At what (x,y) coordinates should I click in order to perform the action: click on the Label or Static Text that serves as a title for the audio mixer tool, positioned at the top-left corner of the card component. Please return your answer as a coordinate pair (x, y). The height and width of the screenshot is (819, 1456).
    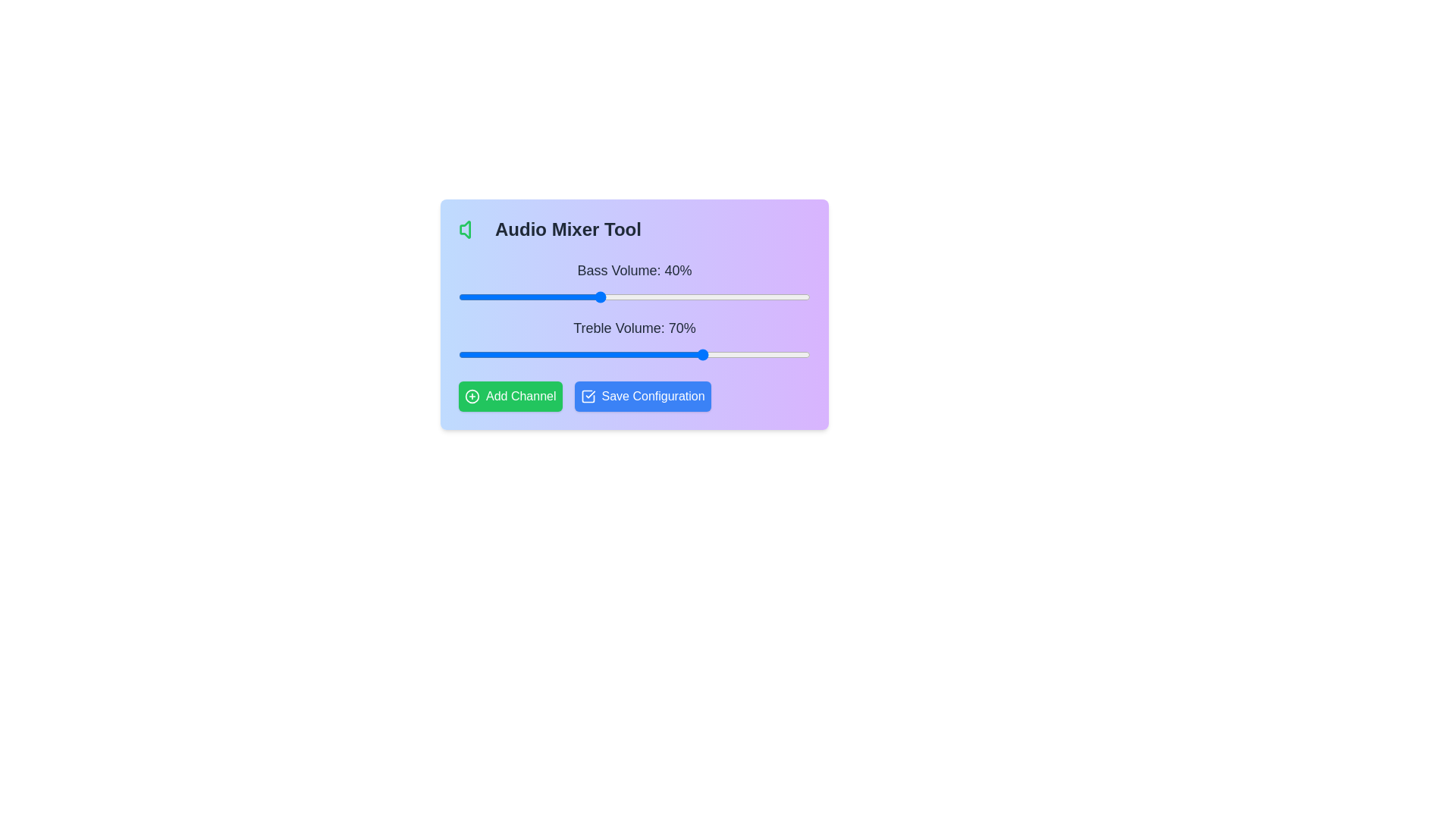
    Looking at the image, I should click on (634, 230).